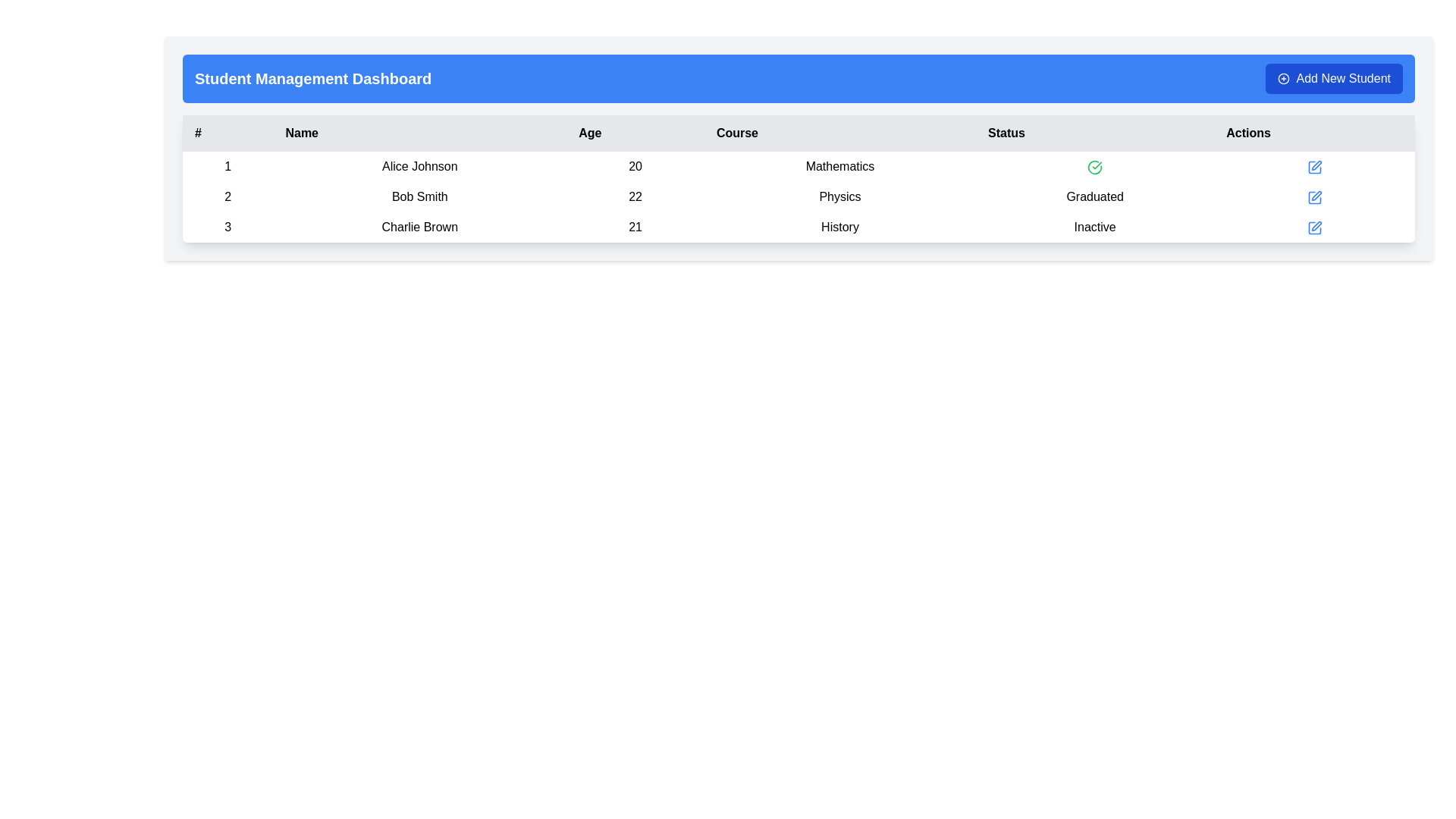 This screenshot has height=819, width=1456. Describe the element at coordinates (839, 227) in the screenshot. I see `the 'History' text element located in the third row of the table under the 'Course' column` at that location.